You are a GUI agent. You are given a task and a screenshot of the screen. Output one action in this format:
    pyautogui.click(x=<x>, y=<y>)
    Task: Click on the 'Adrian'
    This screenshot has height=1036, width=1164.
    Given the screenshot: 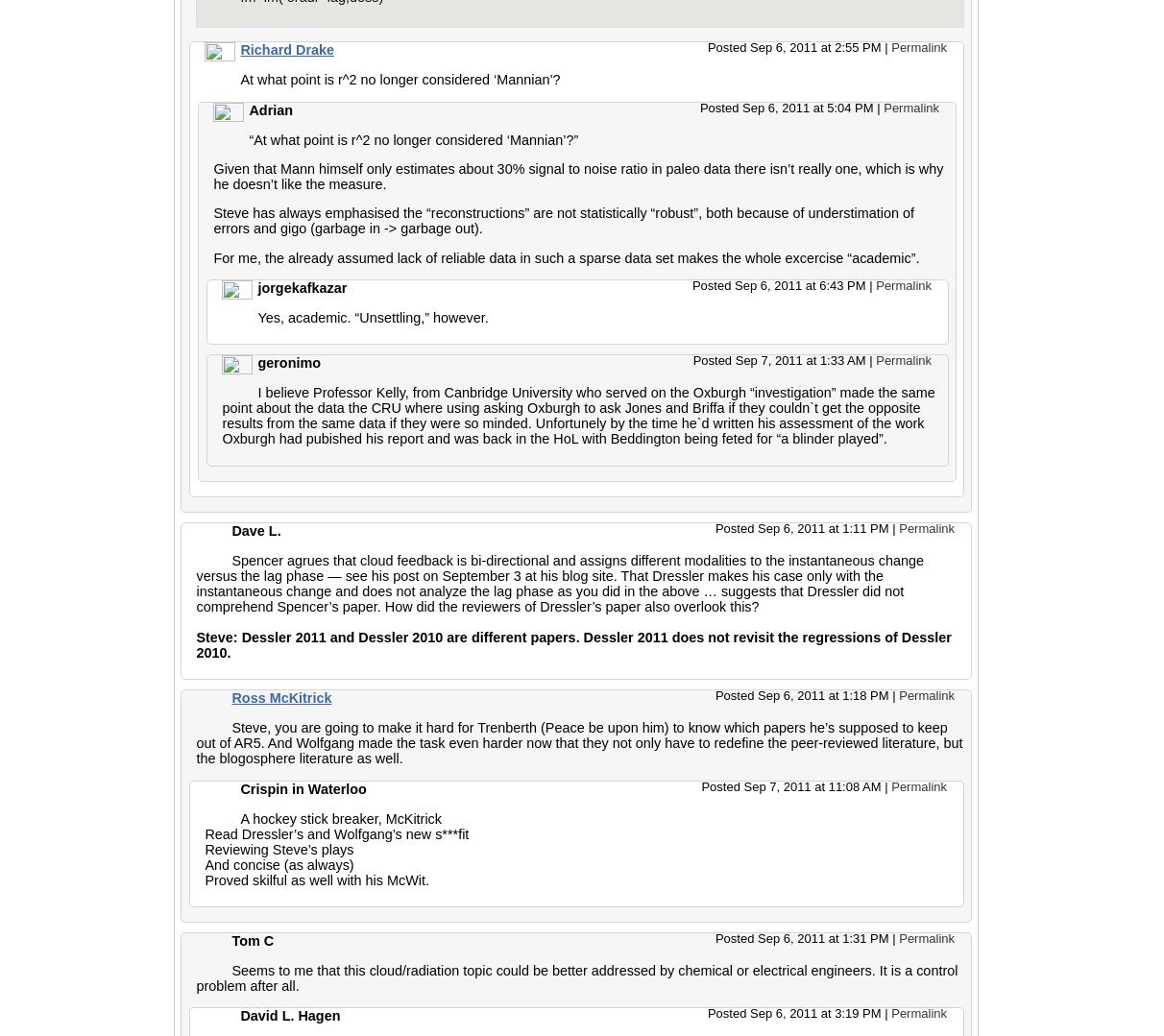 What is the action you would take?
    pyautogui.click(x=249, y=109)
    